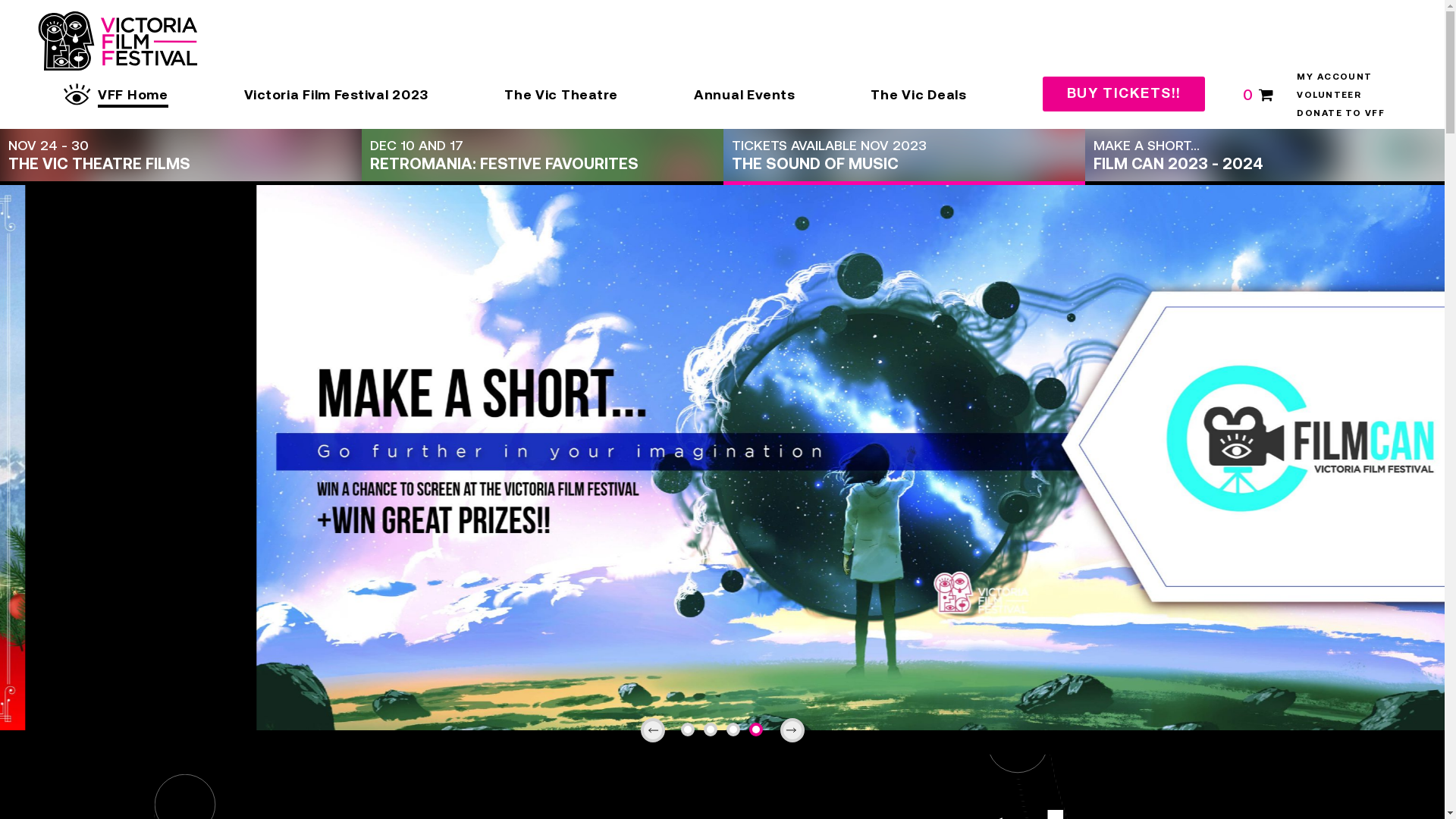 This screenshot has height=819, width=1456. Describe the element at coordinates (335, 93) in the screenshot. I see `'Victoria Film Festival 2023'` at that location.